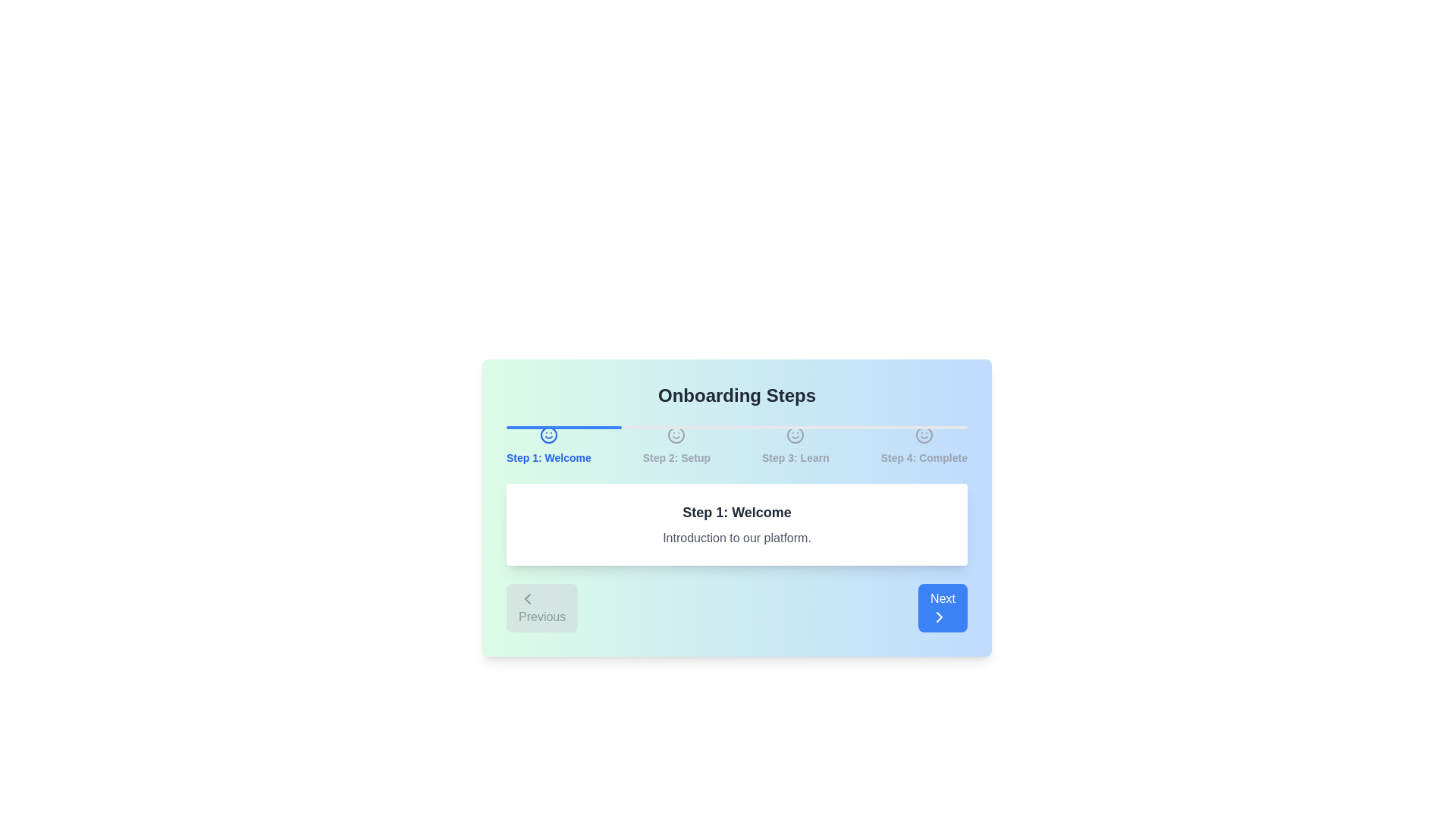 The image size is (1456, 819). What do you see at coordinates (548, 457) in the screenshot?
I see `the Text label indicating the first step in the onboarding process, positioned below the smiley icon labeled as 'Step 1'` at bounding box center [548, 457].